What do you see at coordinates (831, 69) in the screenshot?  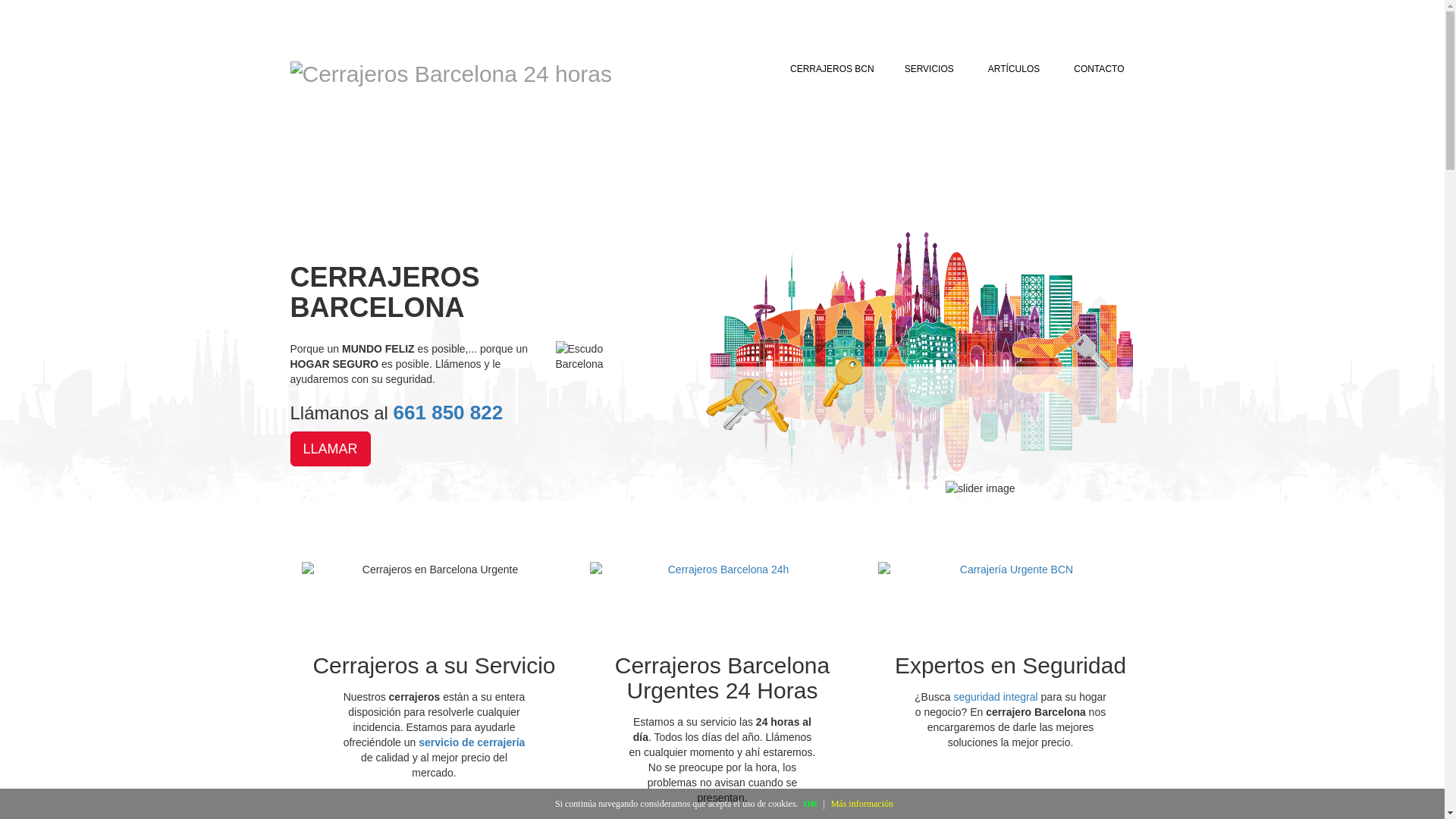 I see `'CERRAJEROS BCN'` at bounding box center [831, 69].